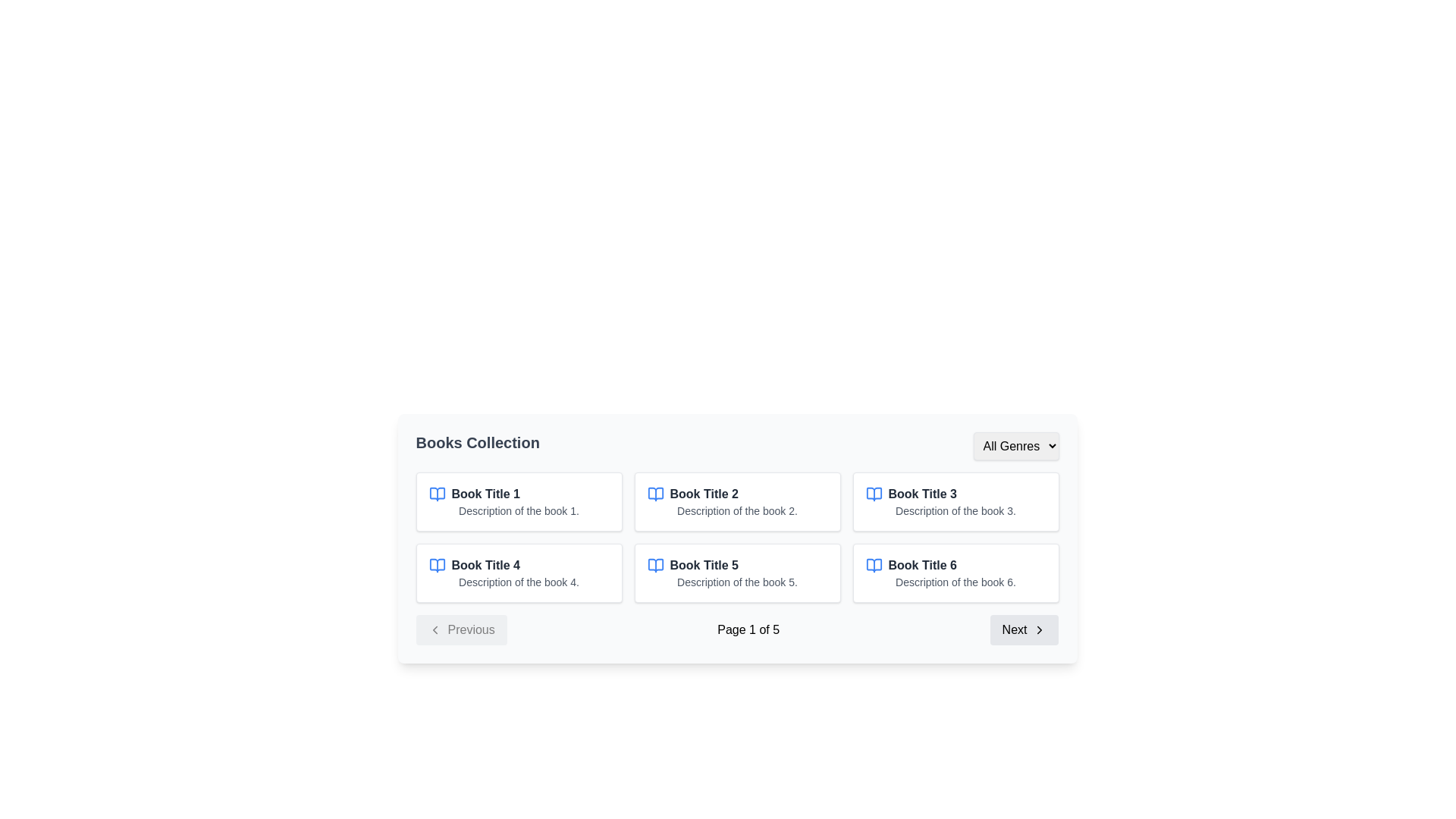 This screenshot has height=819, width=1456. Describe the element at coordinates (519, 573) in the screenshot. I see `the Information card containing 'Book Title 4' and 'Description of the book 4.' which is located in the first column of the second row in a 3-column grid layout` at that location.